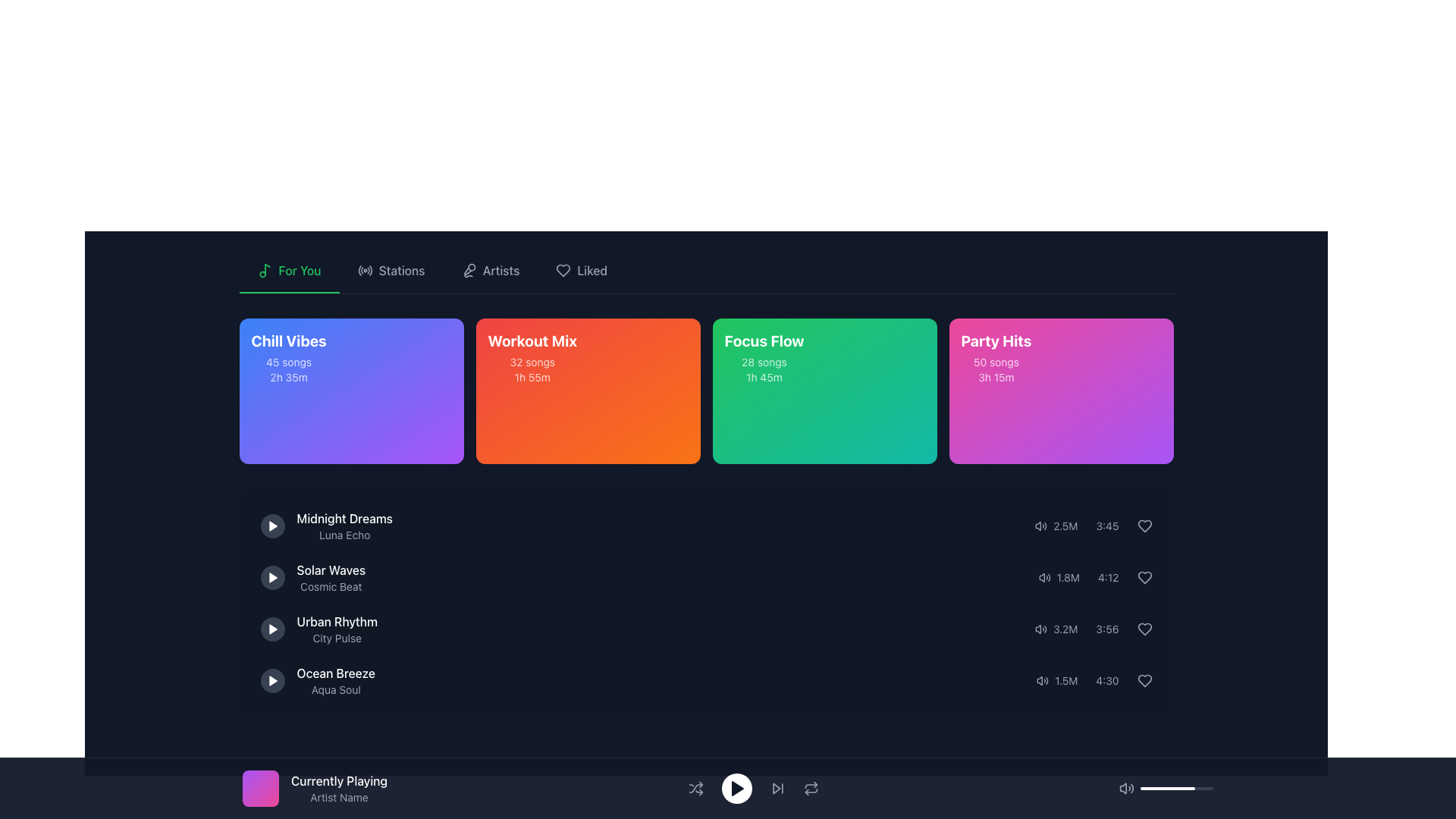 This screenshot has height=819, width=1456. Describe the element at coordinates (1056, 680) in the screenshot. I see `the text label displaying '1.5M', which indicates the number of plays or views, located in the fourth row of a list structure, next to a speaker icon` at that location.